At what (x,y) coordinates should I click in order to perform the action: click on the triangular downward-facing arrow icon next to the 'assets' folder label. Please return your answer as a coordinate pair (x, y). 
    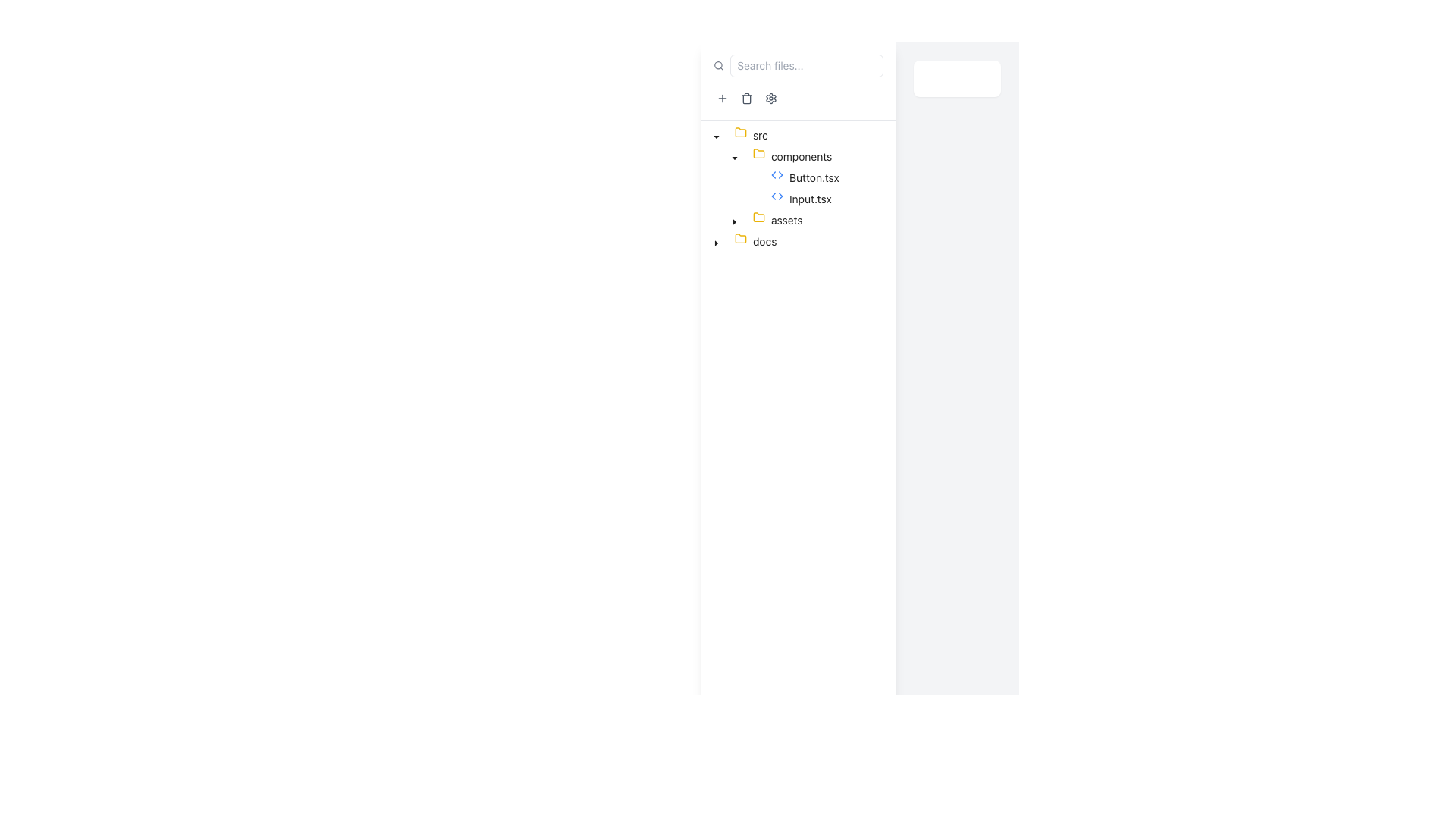
    Looking at the image, I should click on (735, 222).